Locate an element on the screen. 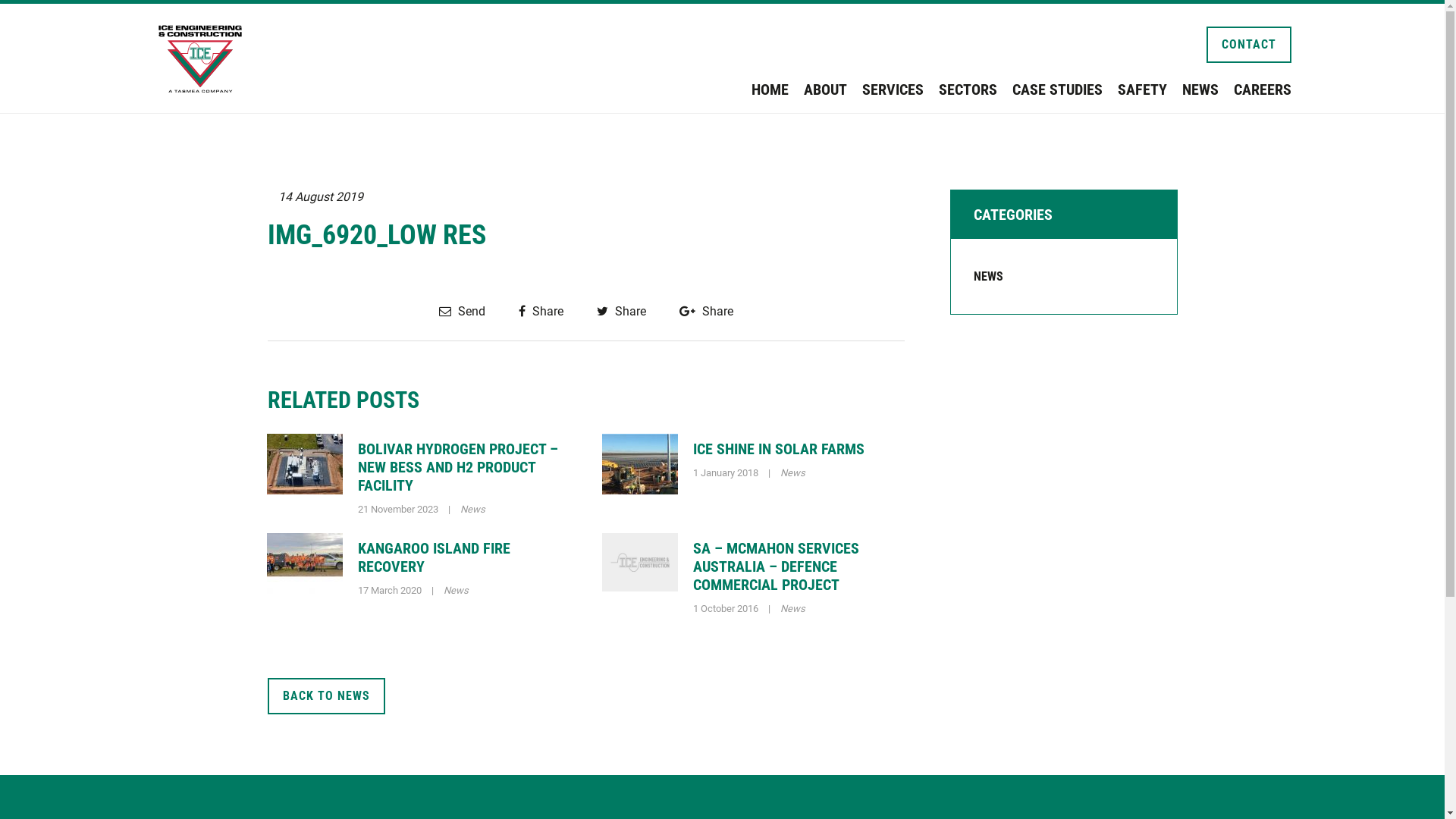 The width and height of the screenshot is (1456, 819). 'CAREERS' is located at coordinates (1262, 89).